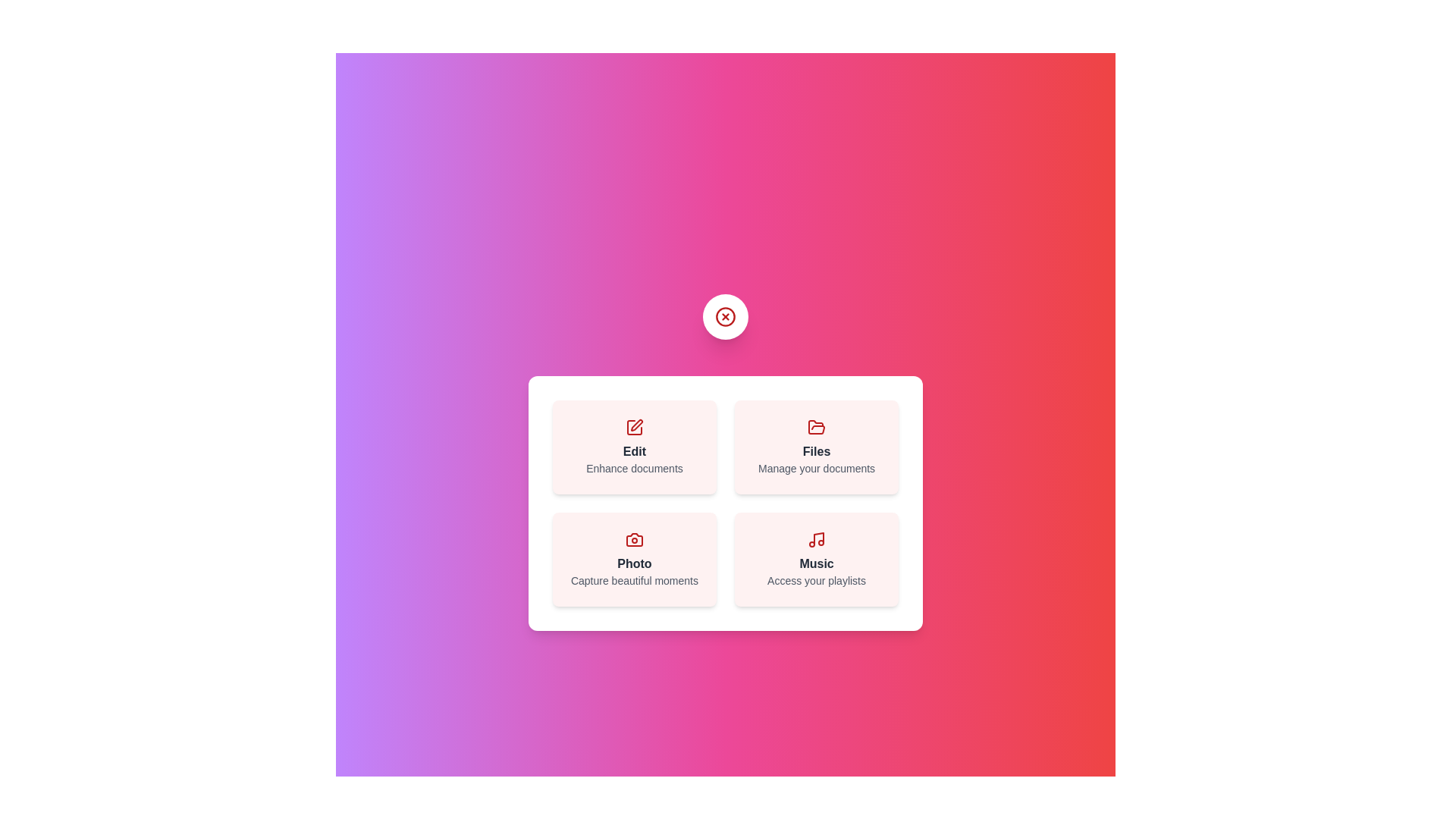 The height and width of the screenshot is (819, 1456). I want to click on the Music button to perform the corresponding action, so click(816, 559).